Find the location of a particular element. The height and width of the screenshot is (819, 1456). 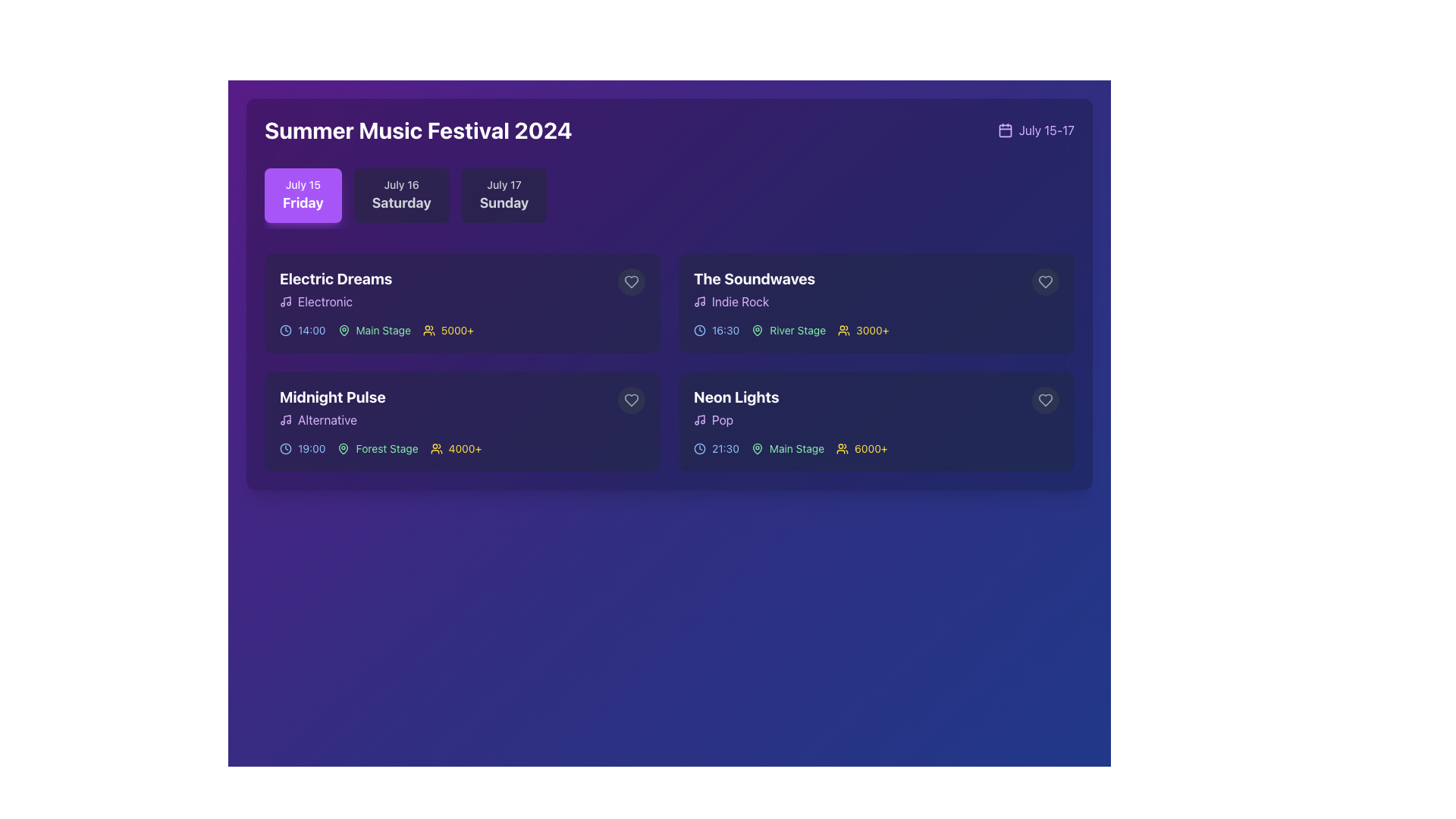

the small outlined clock icon located to the left of the time label '14:00' in the event details for 'Electric Dreams' on the 'July 15 Friday' tab is located at coordinates (286, 329).